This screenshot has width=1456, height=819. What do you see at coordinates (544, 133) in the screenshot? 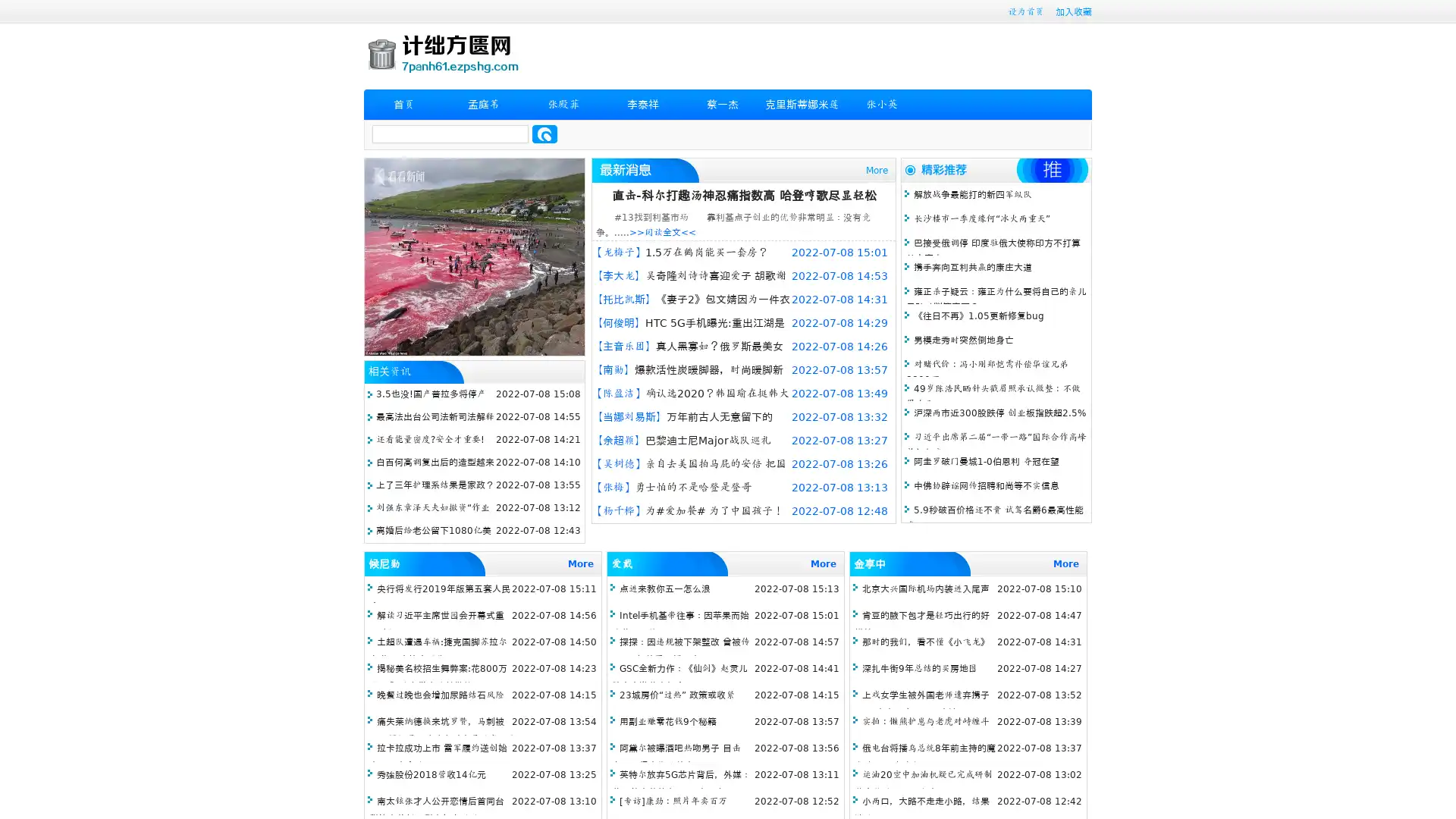
I see `Search` at bounding box center [544, 133].